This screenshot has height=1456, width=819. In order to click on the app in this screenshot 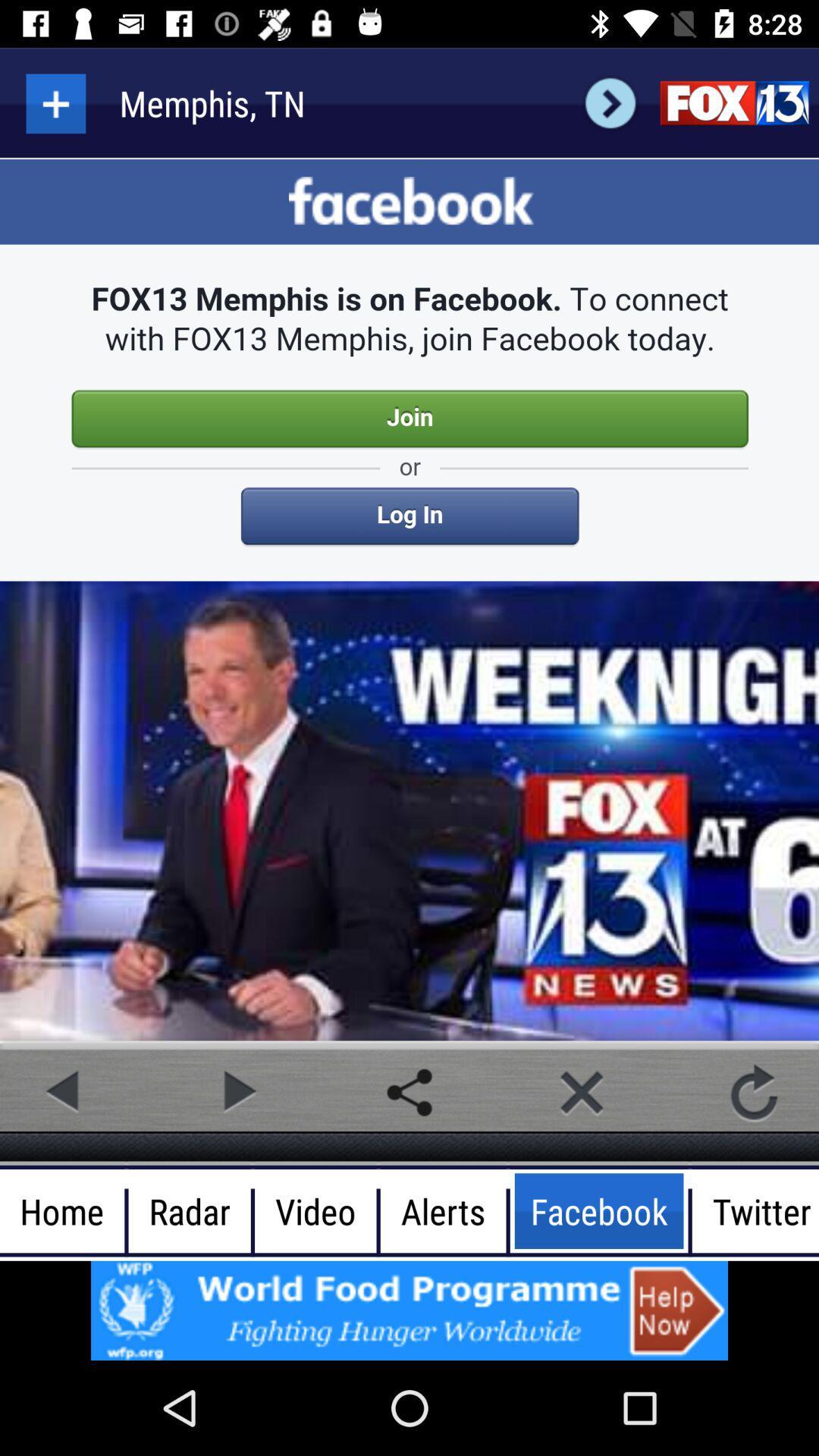, I will do `click(581, 1092)`.